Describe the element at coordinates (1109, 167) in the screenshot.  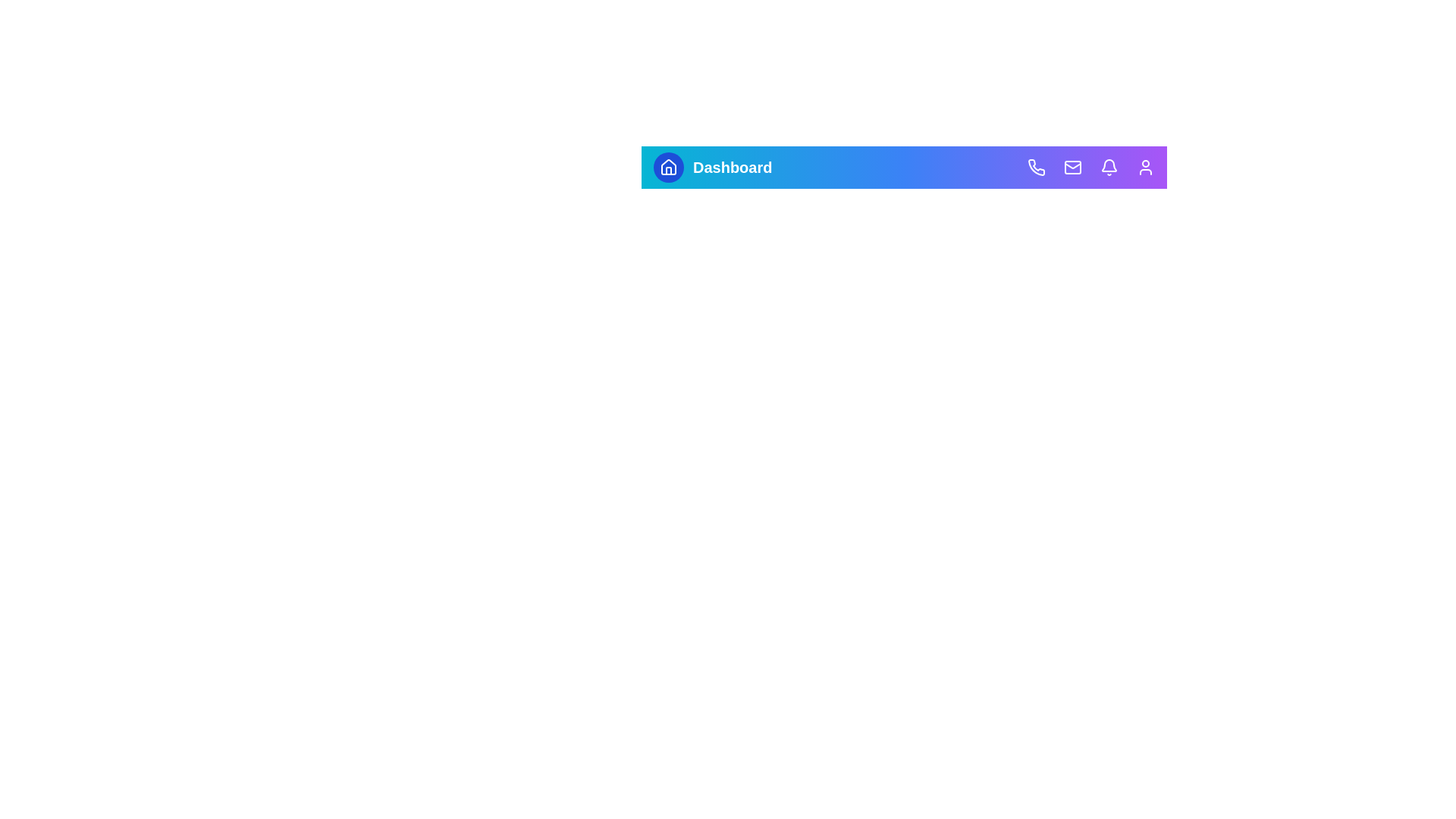
I see `the Bell icon to view its visual feedback` at that location.